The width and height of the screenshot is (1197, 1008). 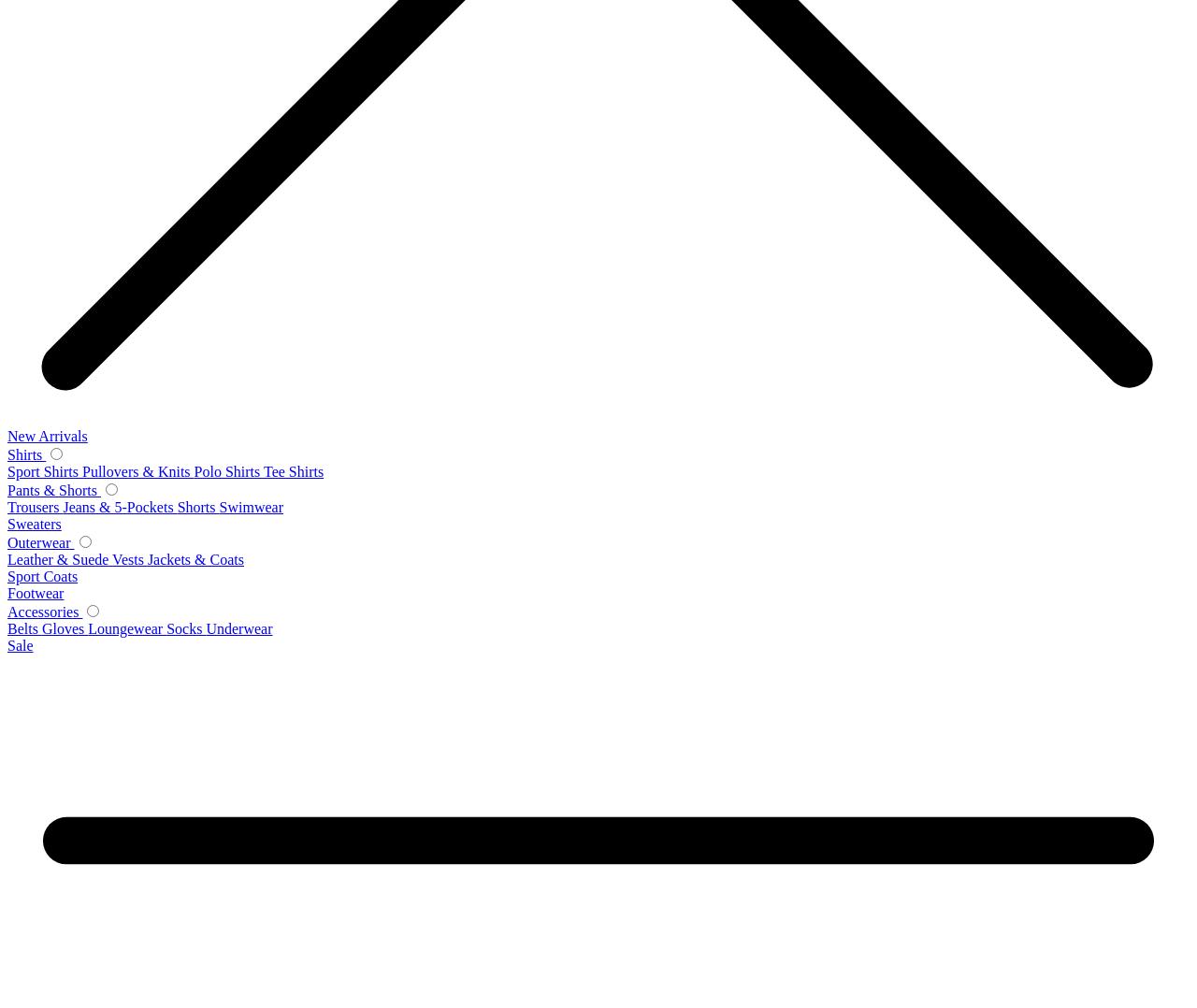 What do you see at coordinates (53, 490) in the screenshot?
I see `'Pants & Shorts'` at bounding box center [53, 490].